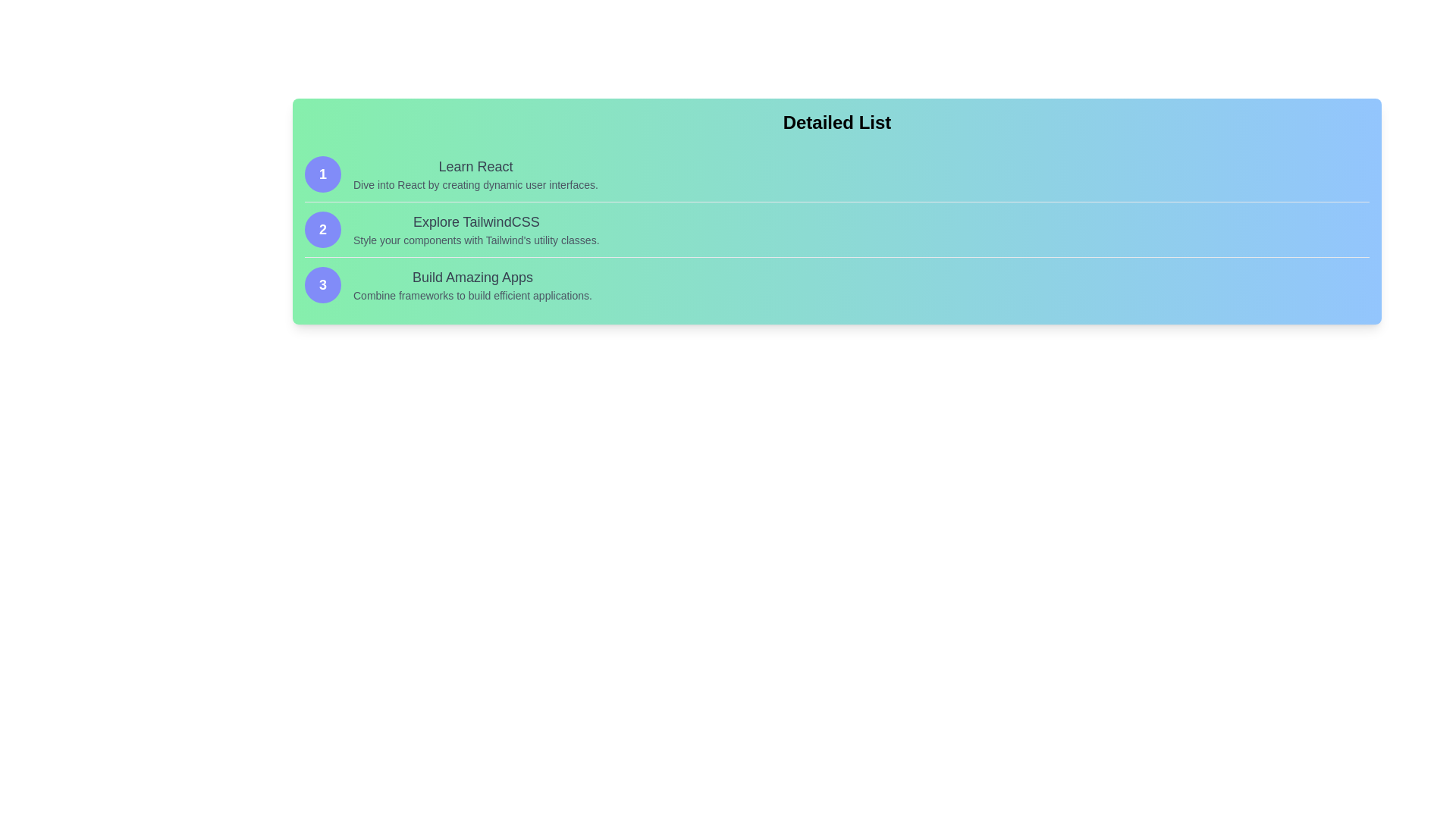 The width and height of the screenshot is (1456, 819). Describe the element at coordinates (322, 230) in the screenshot. I see `the content of the Circular Badge located to the left of 'Explore TailwindCSS', which is the second item in a vertical list` at that location.